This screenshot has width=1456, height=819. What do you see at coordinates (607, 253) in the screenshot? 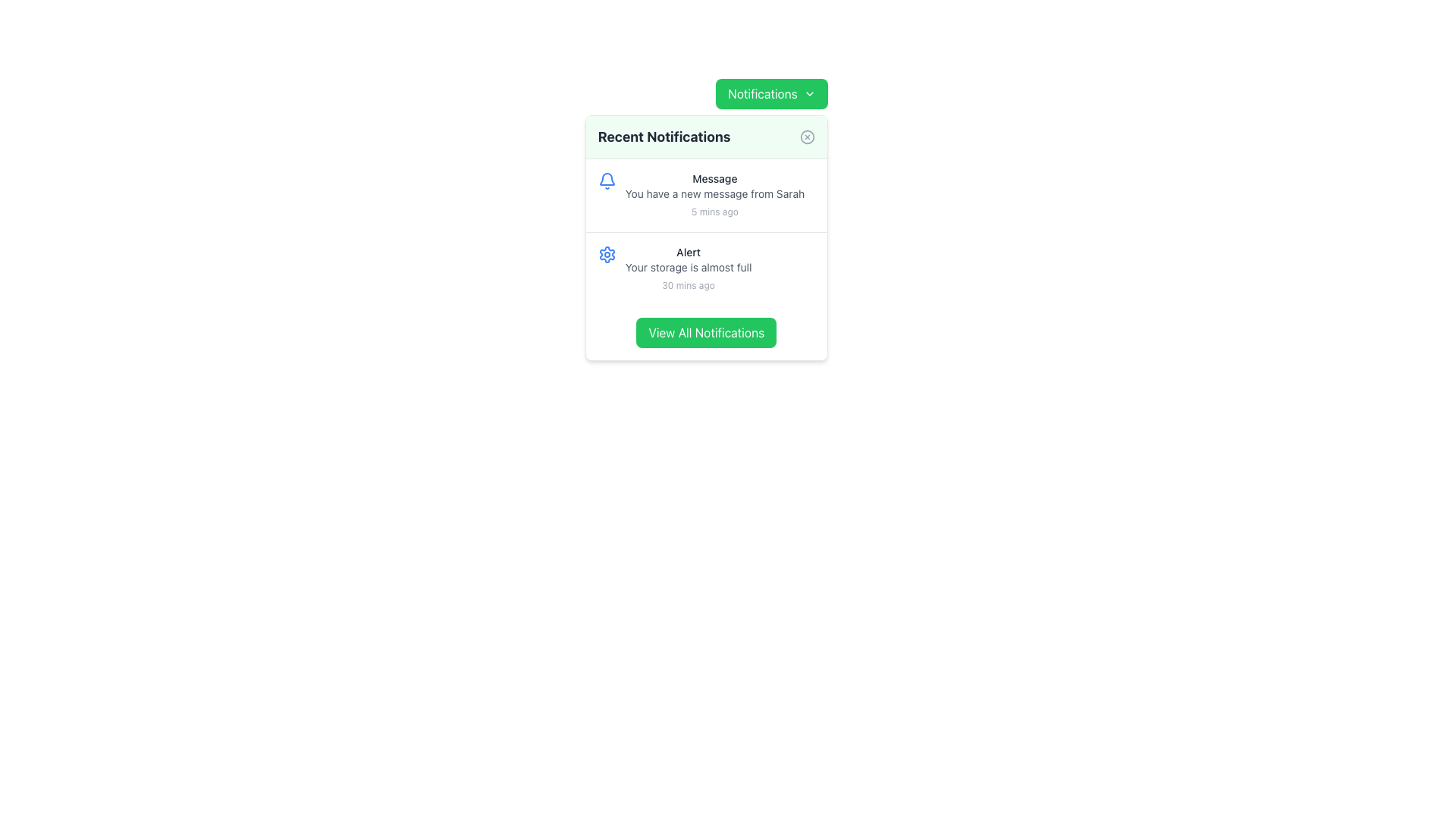
I see `the gear icon located to the left of the text 'Alert' in the second notification entry of the list` at bounding box center [607, 253].